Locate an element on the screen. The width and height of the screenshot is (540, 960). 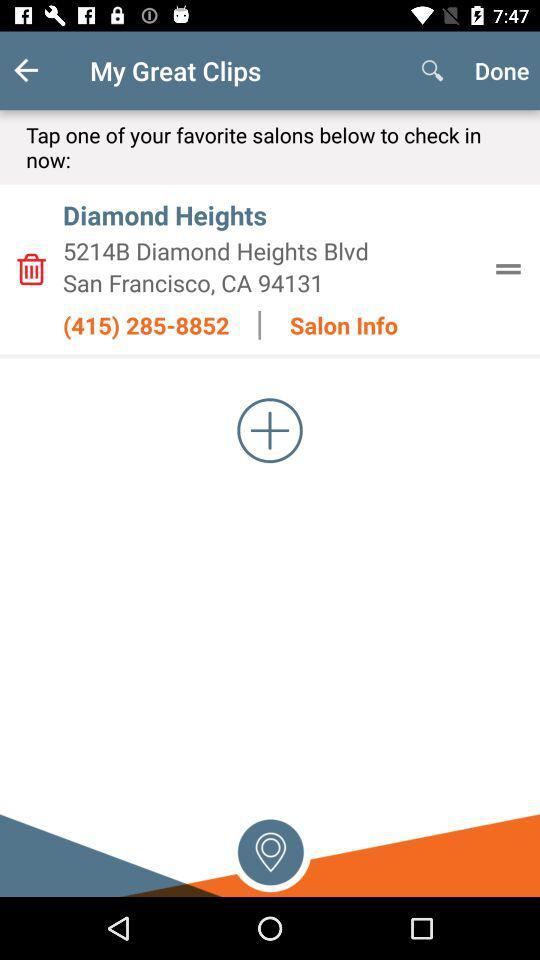
delete salon is located at coordinates (30, 268).